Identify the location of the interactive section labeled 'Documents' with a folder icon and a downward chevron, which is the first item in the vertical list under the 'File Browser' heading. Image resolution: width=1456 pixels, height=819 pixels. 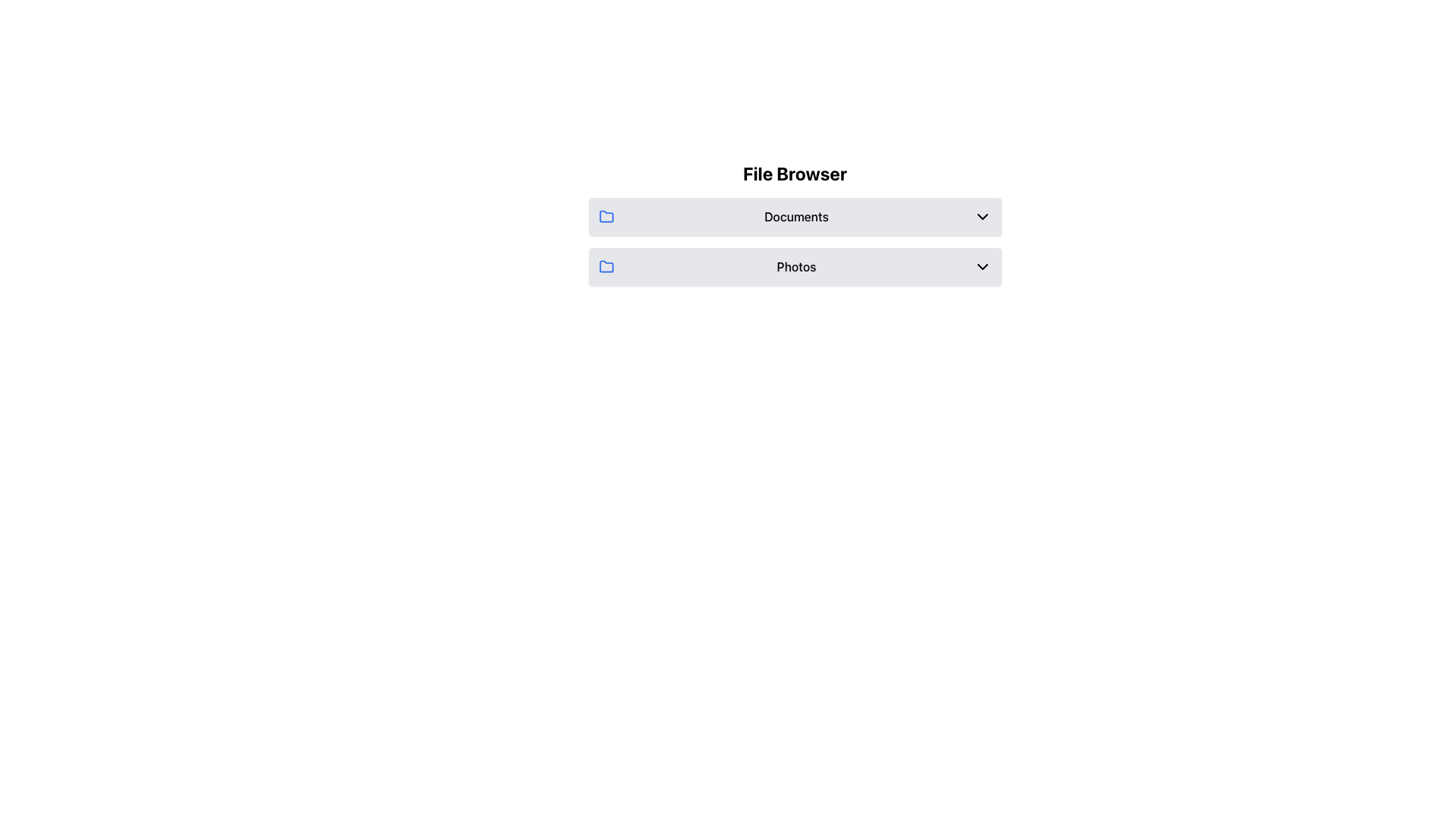
(794, 216).